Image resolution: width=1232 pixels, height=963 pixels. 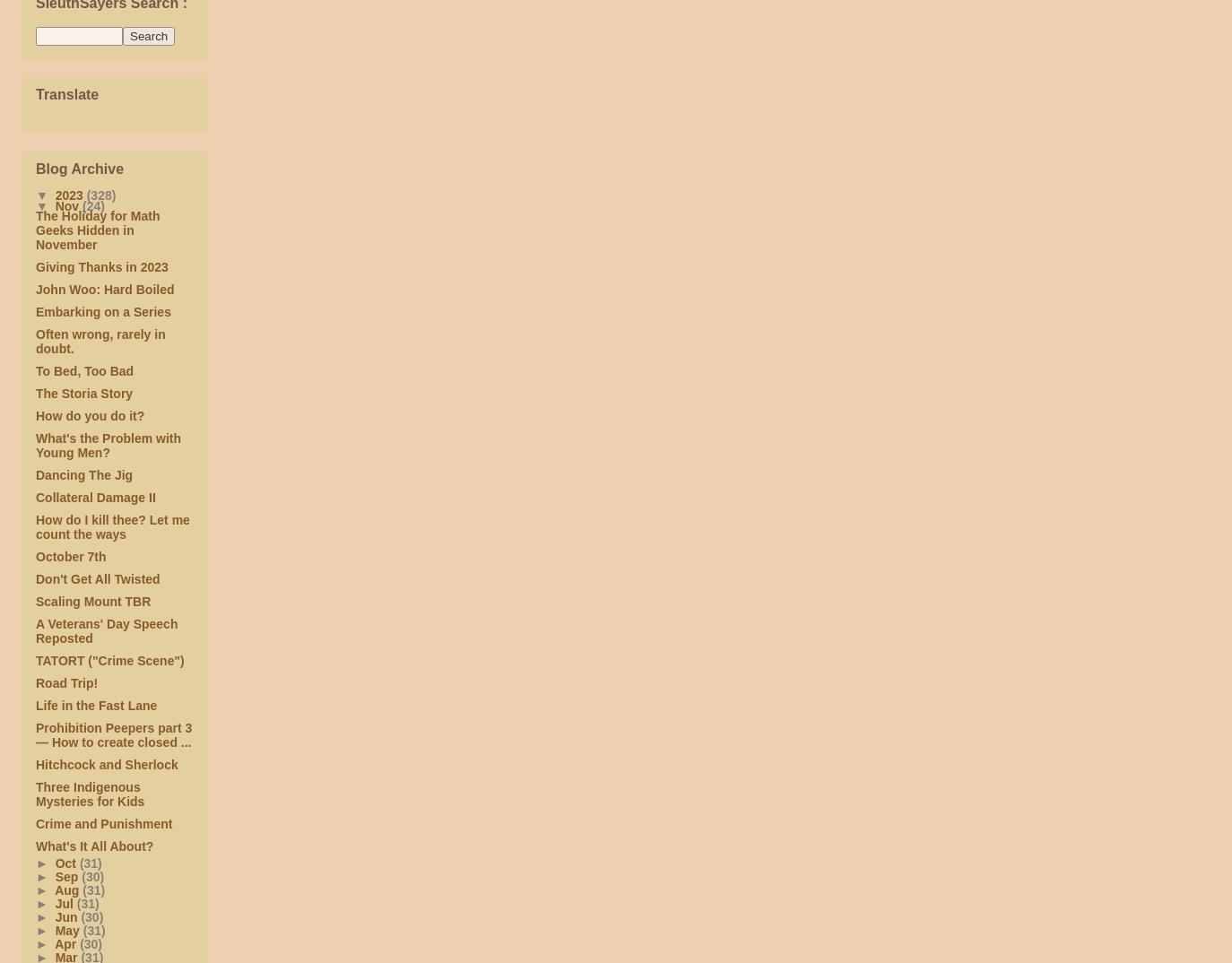 What do you see at coordinates (34, 682) in the screenshot?
I see `'Road Trip!'` at bounding box center [34, 682].